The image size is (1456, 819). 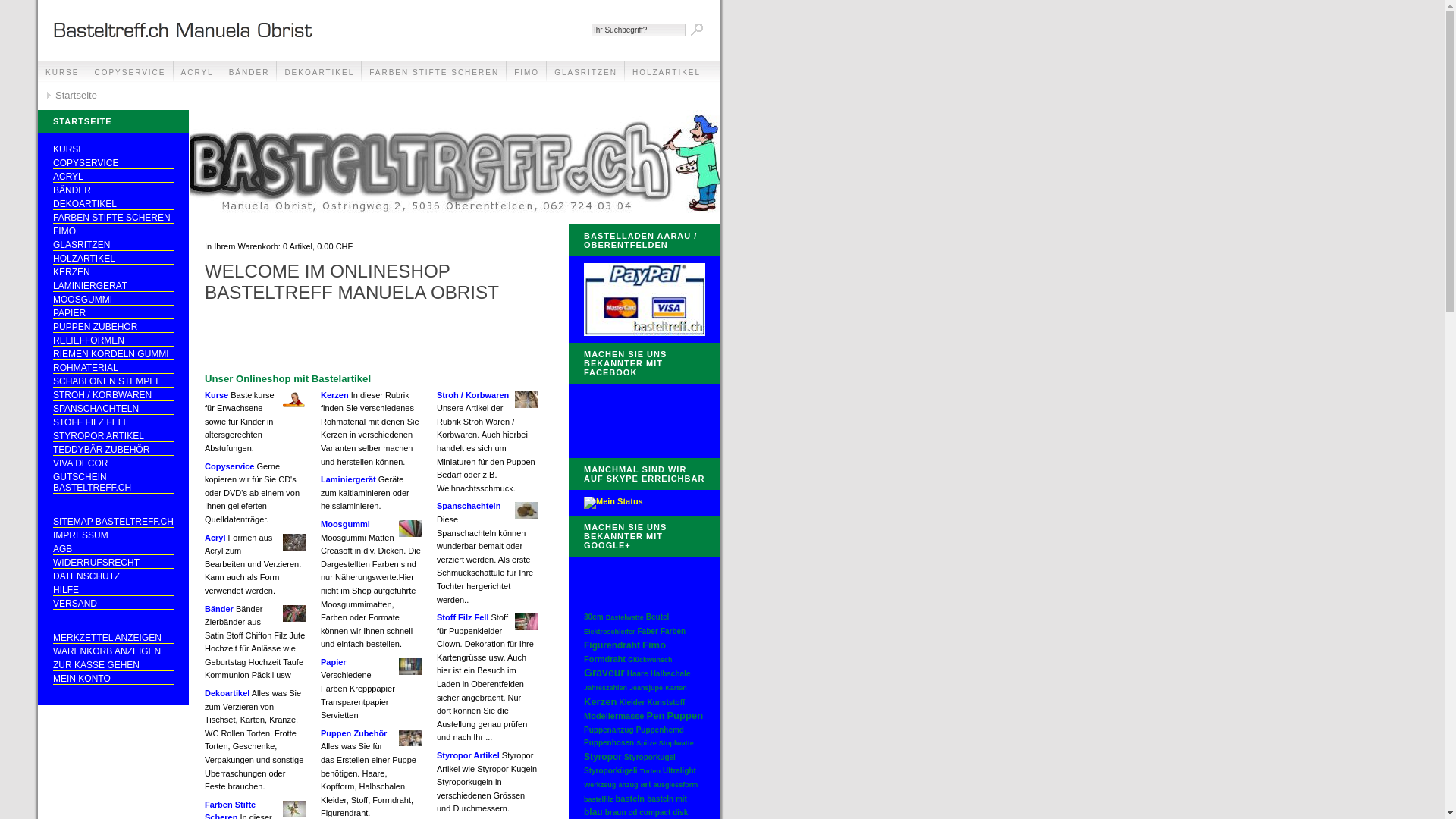 What do you see at coordinates (112, 340) in the screenshot?
I see `'RELIEFFORMEN'` at bounding box center [112, 340].